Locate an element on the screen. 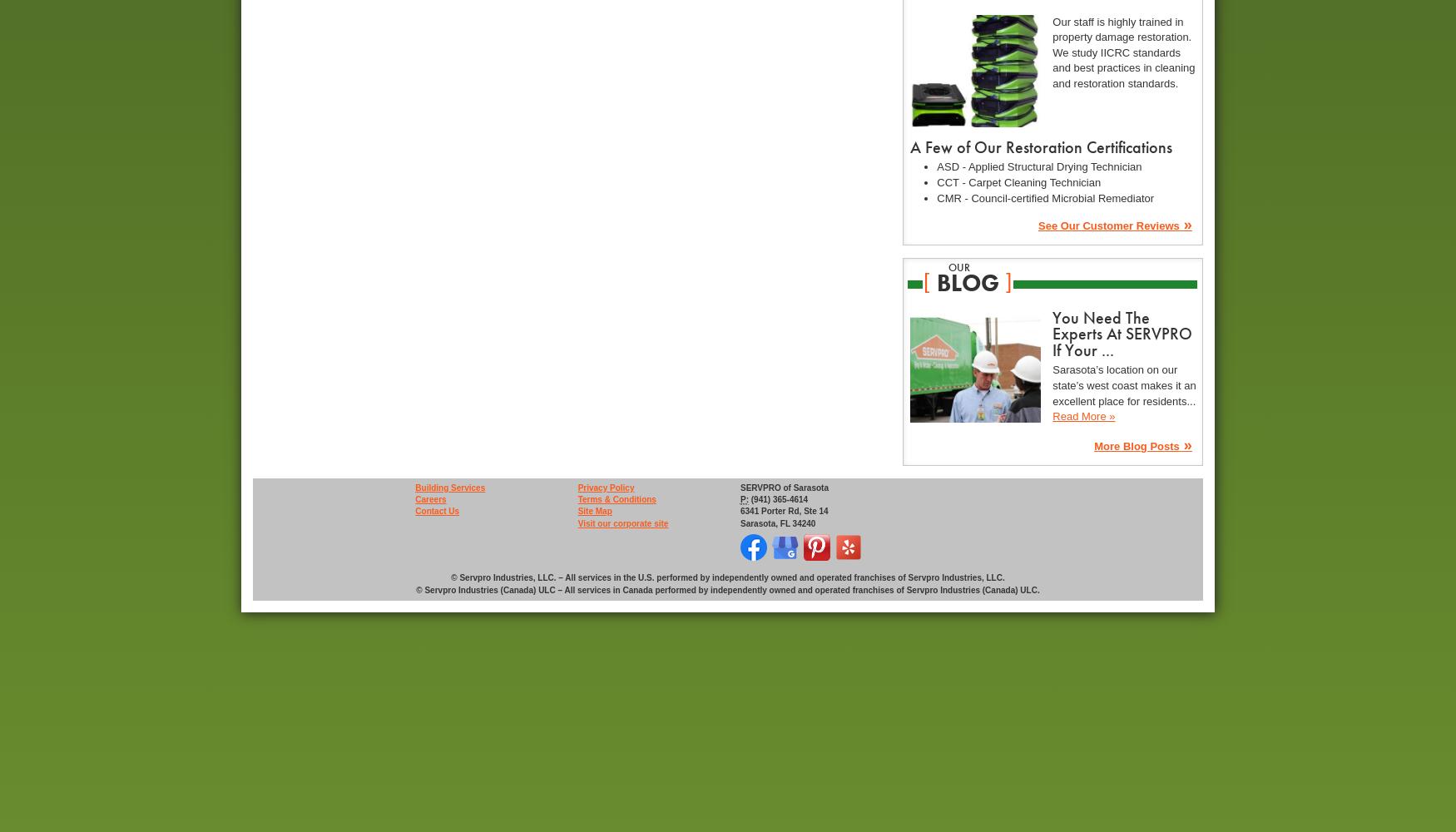 Image resolution: width=1456 pixels, height=832 pixels. 'Building Services' is located at coordinates (448, 486).